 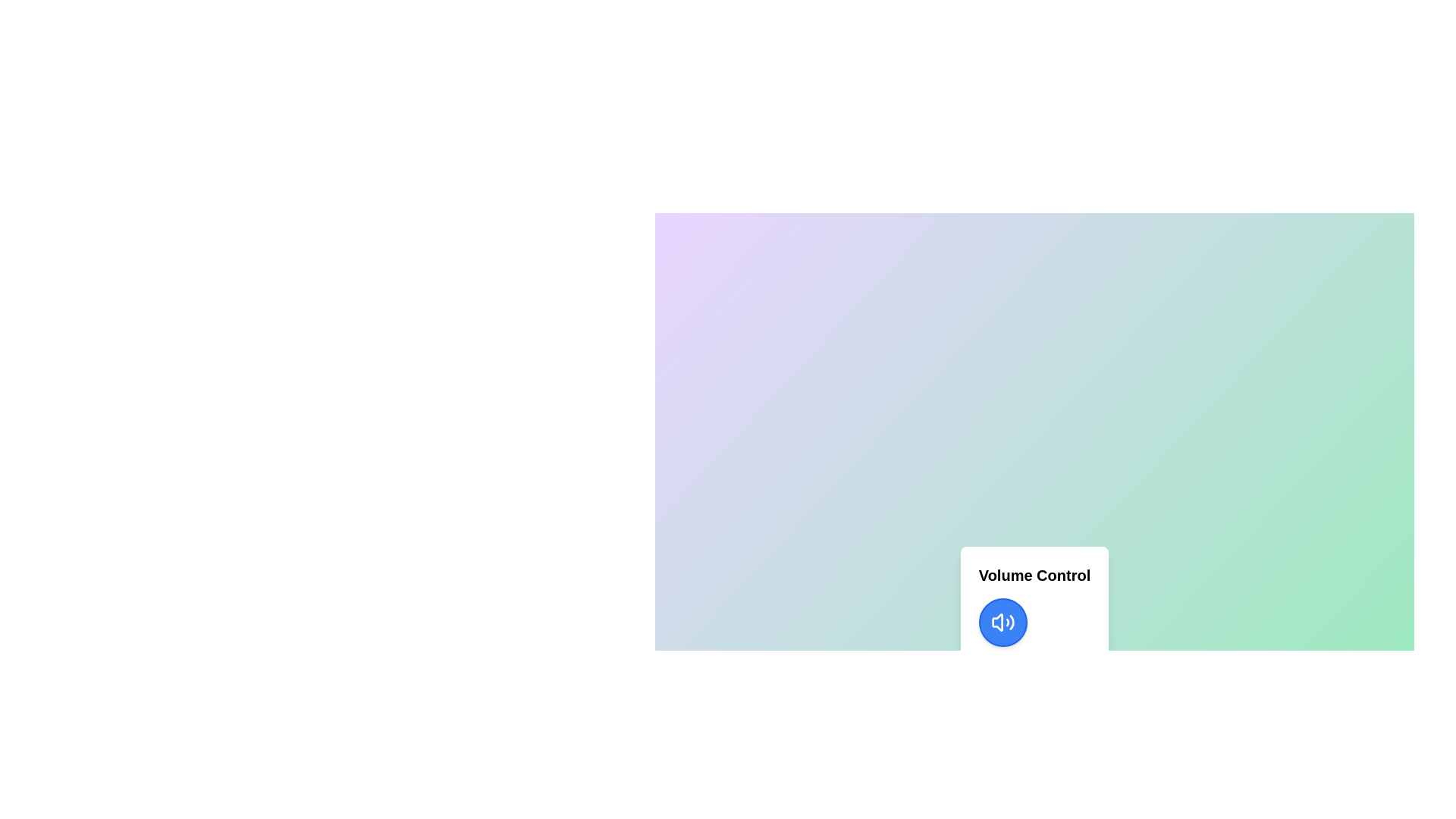 I want to click on the sound toggle button to change its state, so click(x=1003, y=623).